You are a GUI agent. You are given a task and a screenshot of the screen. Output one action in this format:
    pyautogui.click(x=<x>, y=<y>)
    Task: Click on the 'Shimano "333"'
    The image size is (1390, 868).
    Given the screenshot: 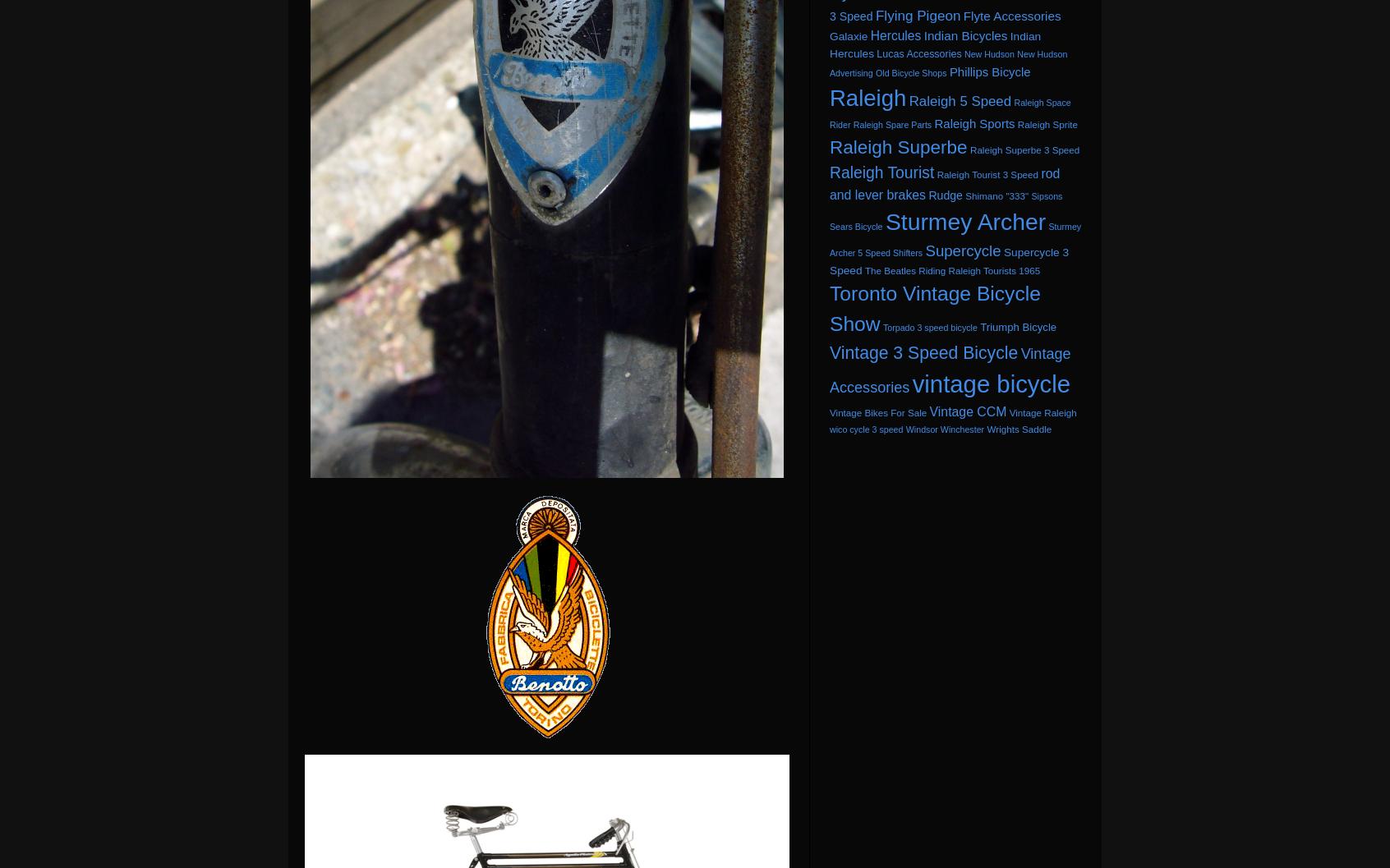 What is the action you would take?
    pyautogui.click(x=996, y=194)
    